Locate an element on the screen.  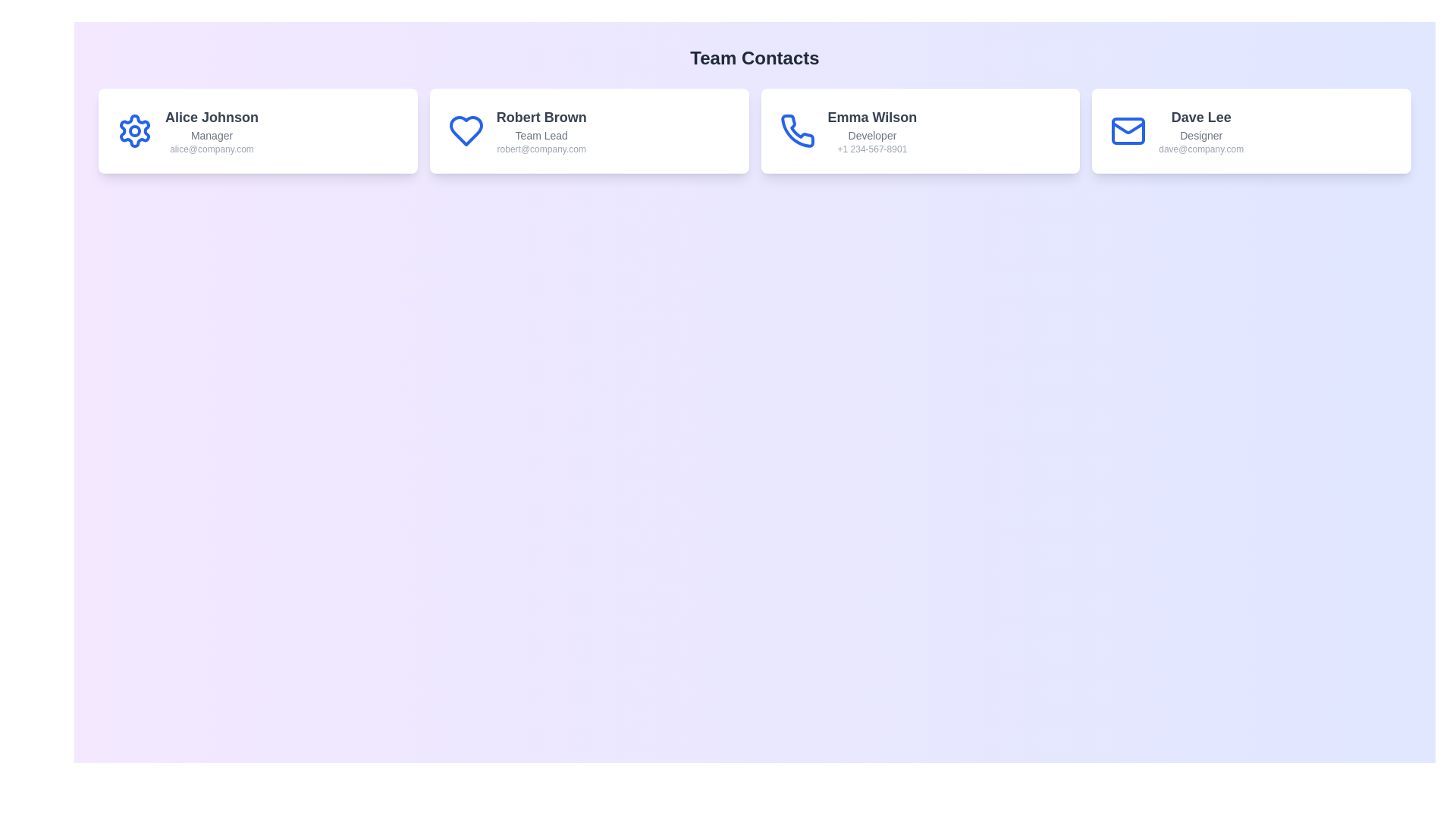
the text block displaying personal information, which includes the name 'Emma Wilson', designation 'Developer', and phone number '+1 234-567-8901', located in the third card widget from the left is located at coordinates (872, 130).